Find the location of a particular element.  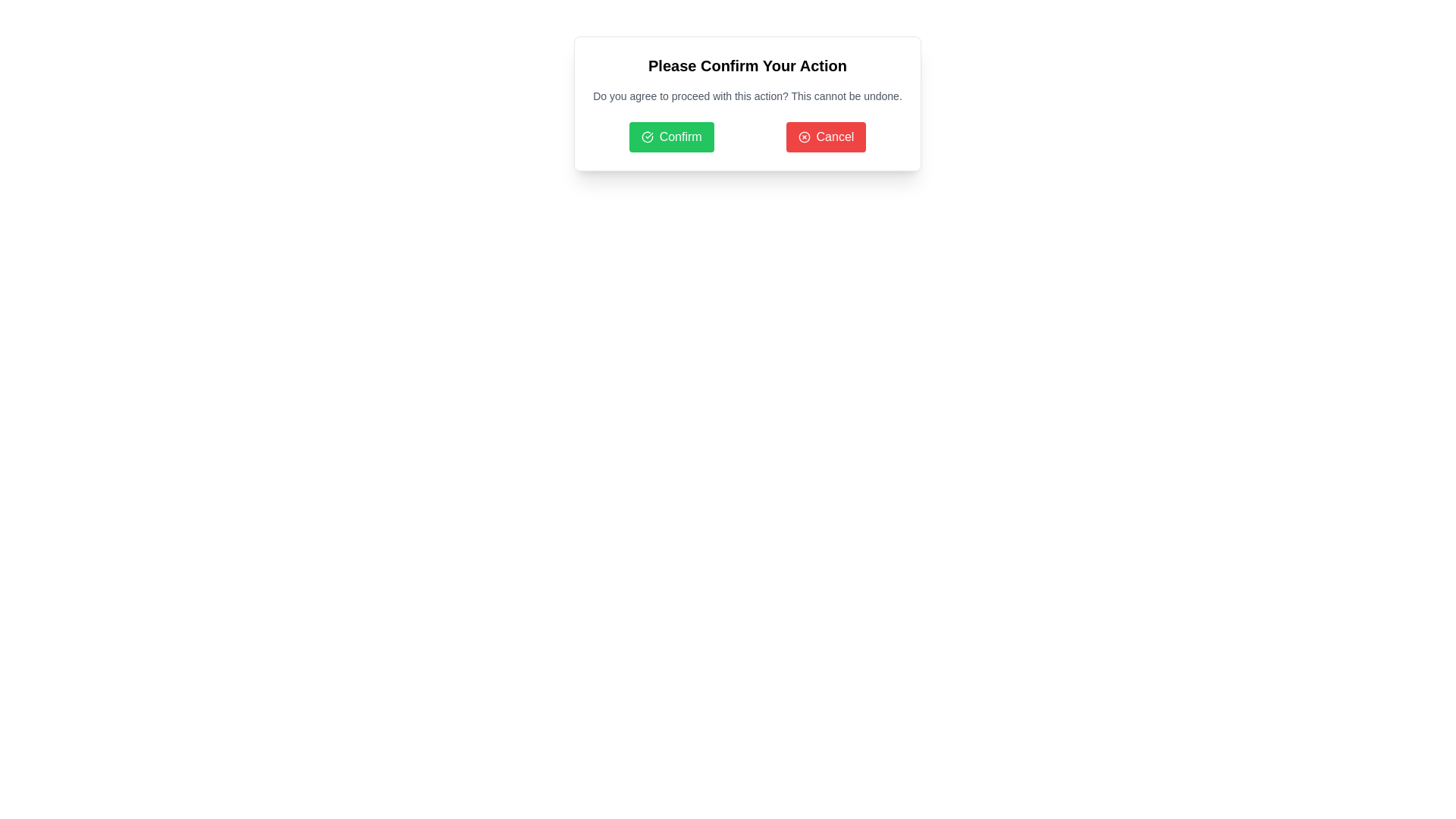

the circular component of the cancel symbol, which is located to the right of the red 'Cancel' button on the confirmation panel near the lower right corner is located at coordinates (803, 137).